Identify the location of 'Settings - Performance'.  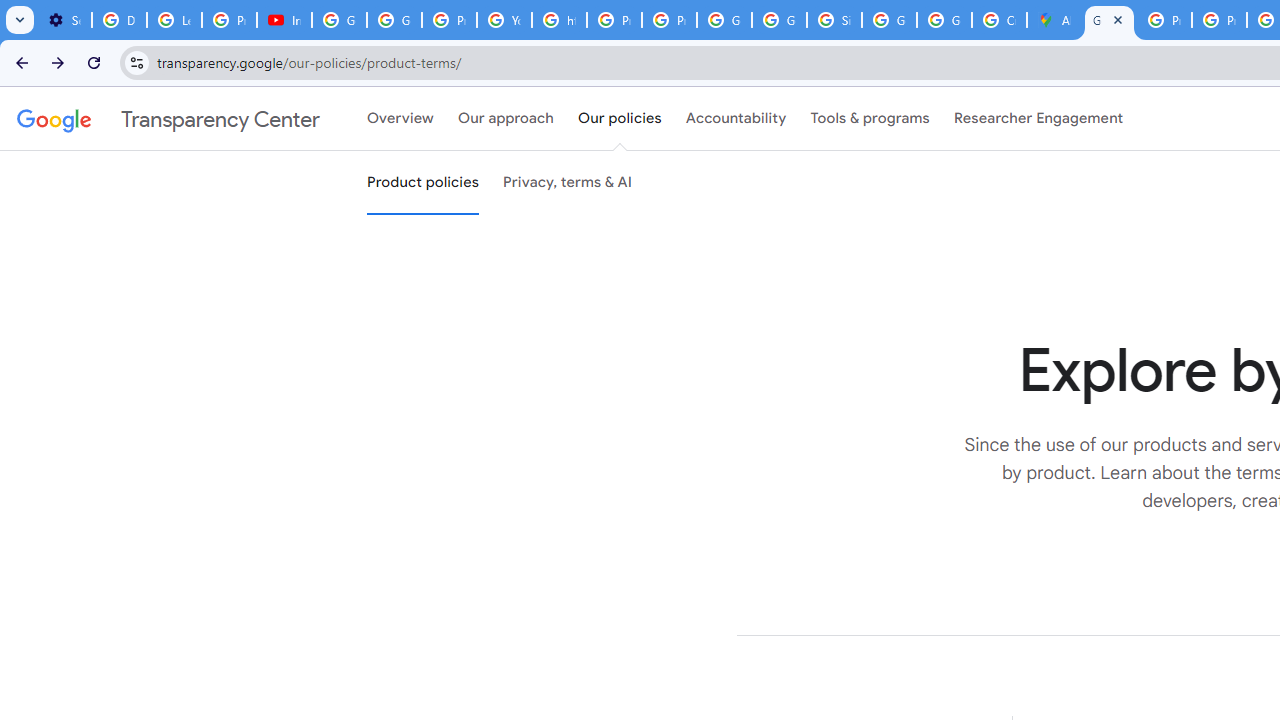
(64, 20).